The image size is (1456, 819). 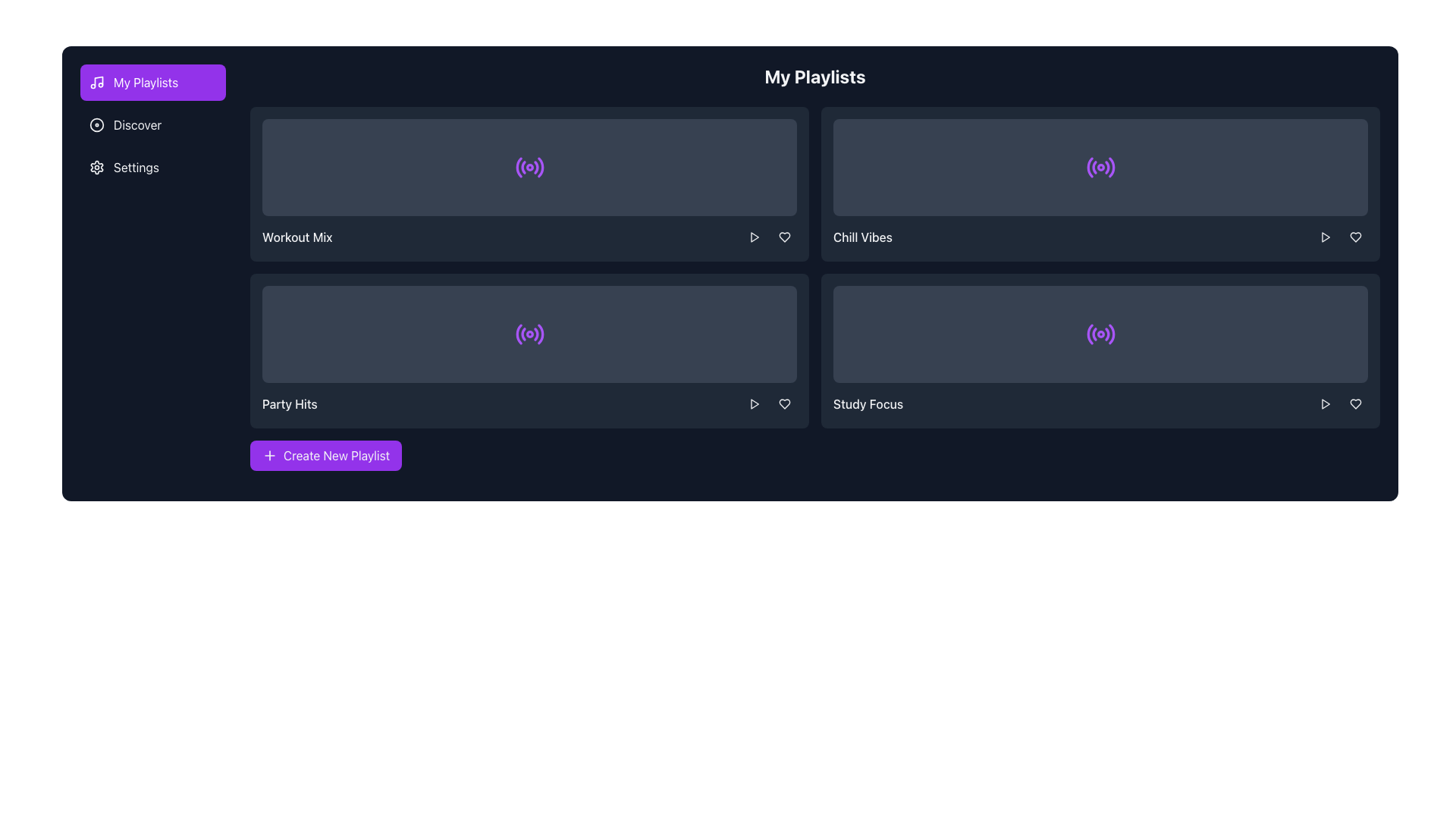 I want to click on the play control button with an icon located in the top-right region of the 'Chill Vibes' playlist tile, so click(x=1324, y=237).